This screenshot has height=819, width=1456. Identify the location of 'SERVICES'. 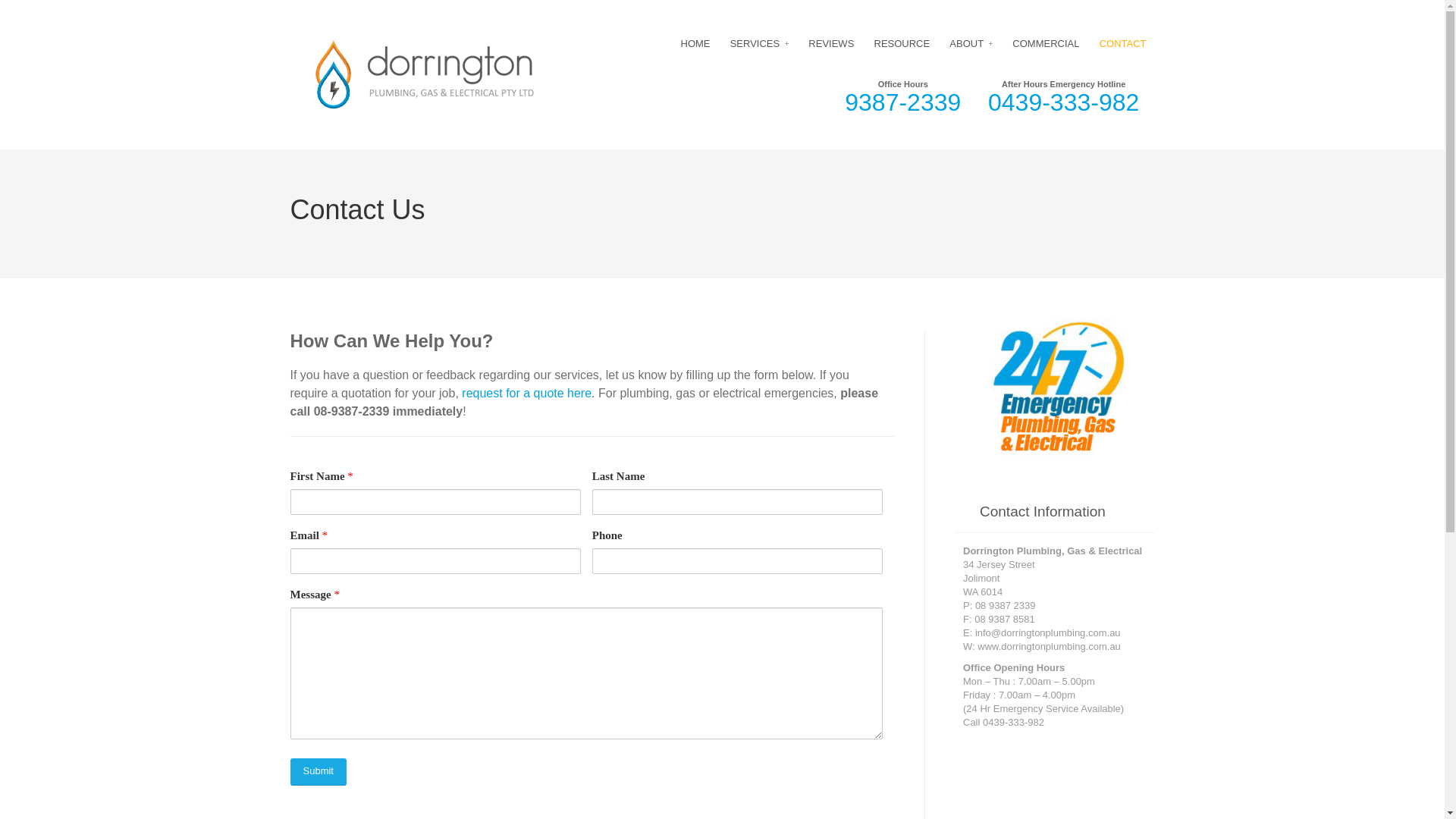
(760, 42).